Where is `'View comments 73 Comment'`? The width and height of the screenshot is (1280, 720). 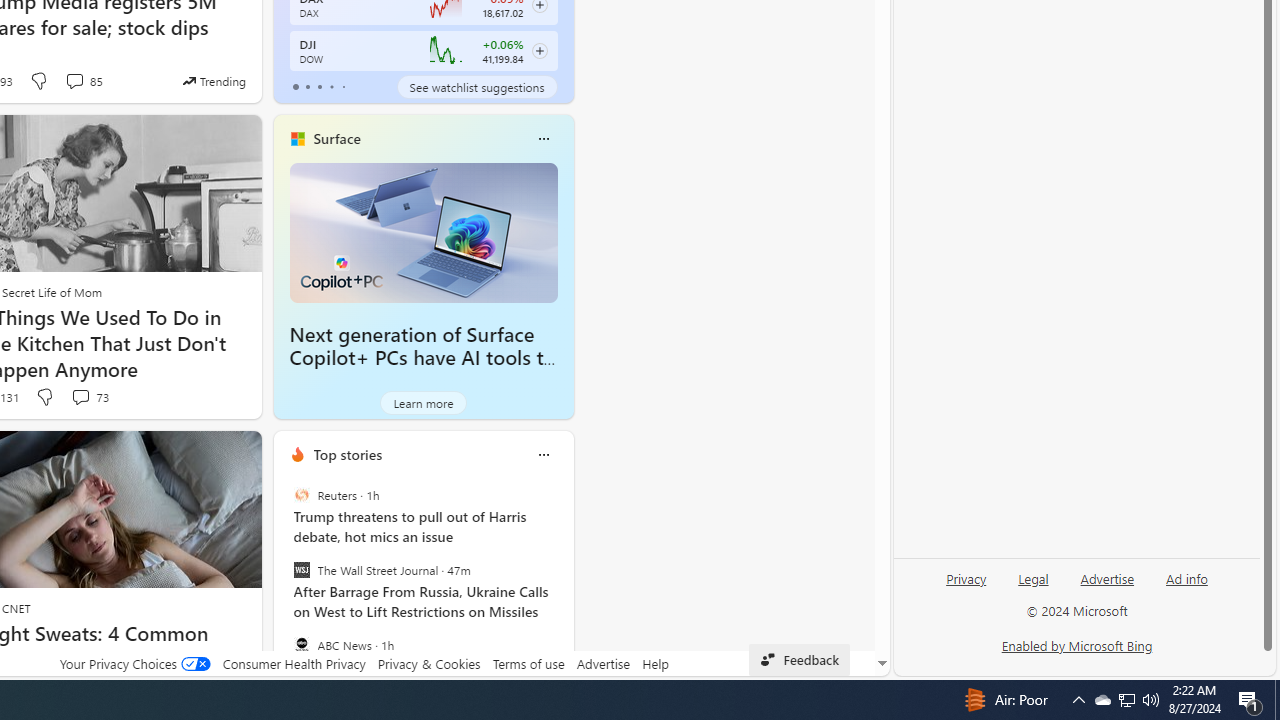
'View comments 73 Comment' is located at coordinates (87, 397).